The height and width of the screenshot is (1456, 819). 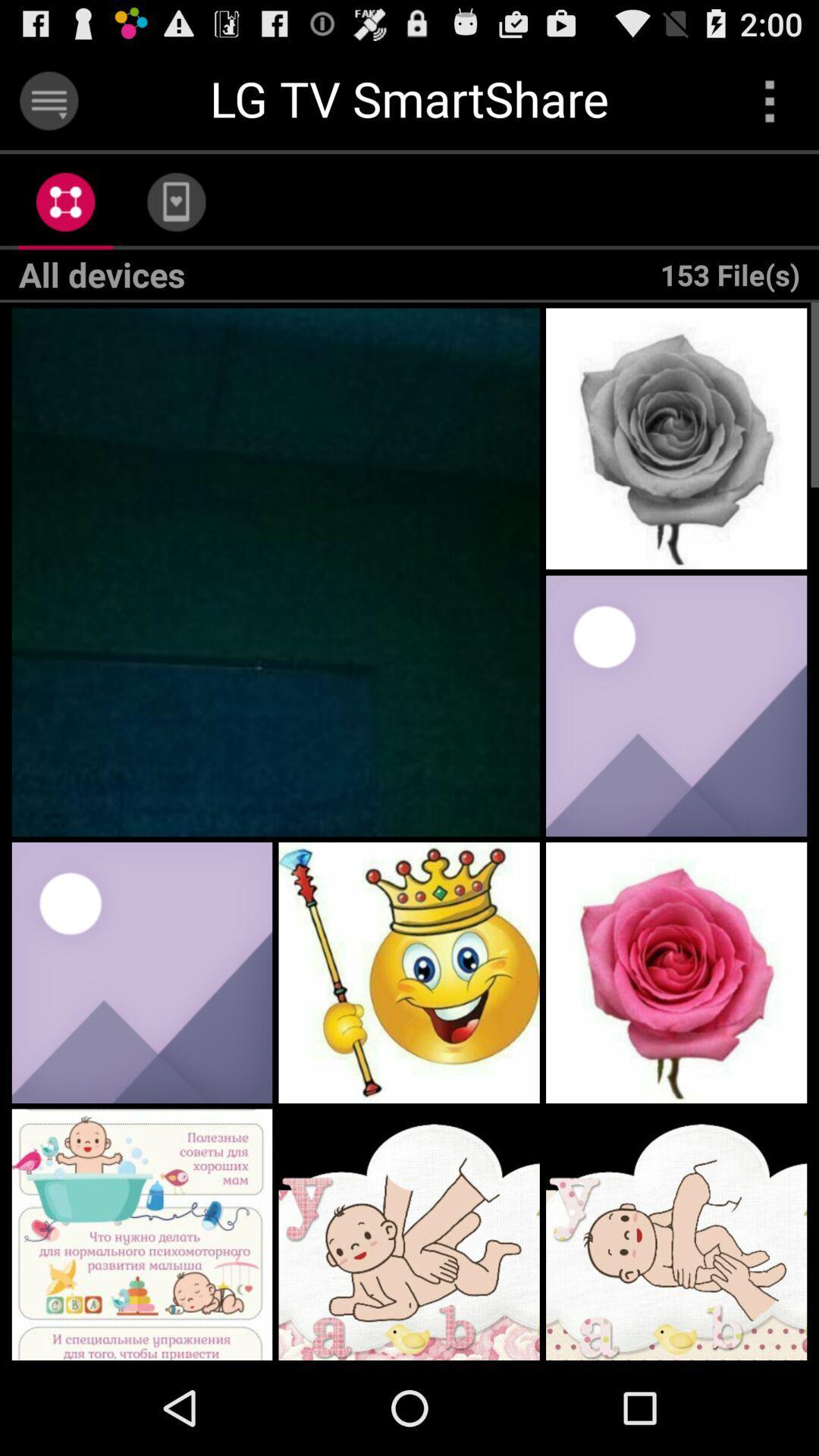 I want to click on the app to the left of 153 file(s), so click(x=175, y=201).